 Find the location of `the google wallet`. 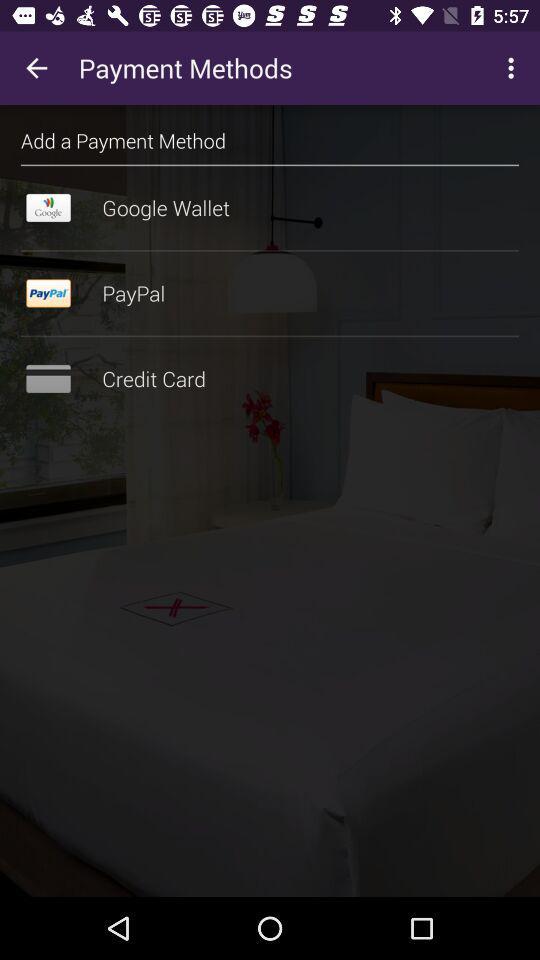

the google wallet is located at coordinates (270, 208).